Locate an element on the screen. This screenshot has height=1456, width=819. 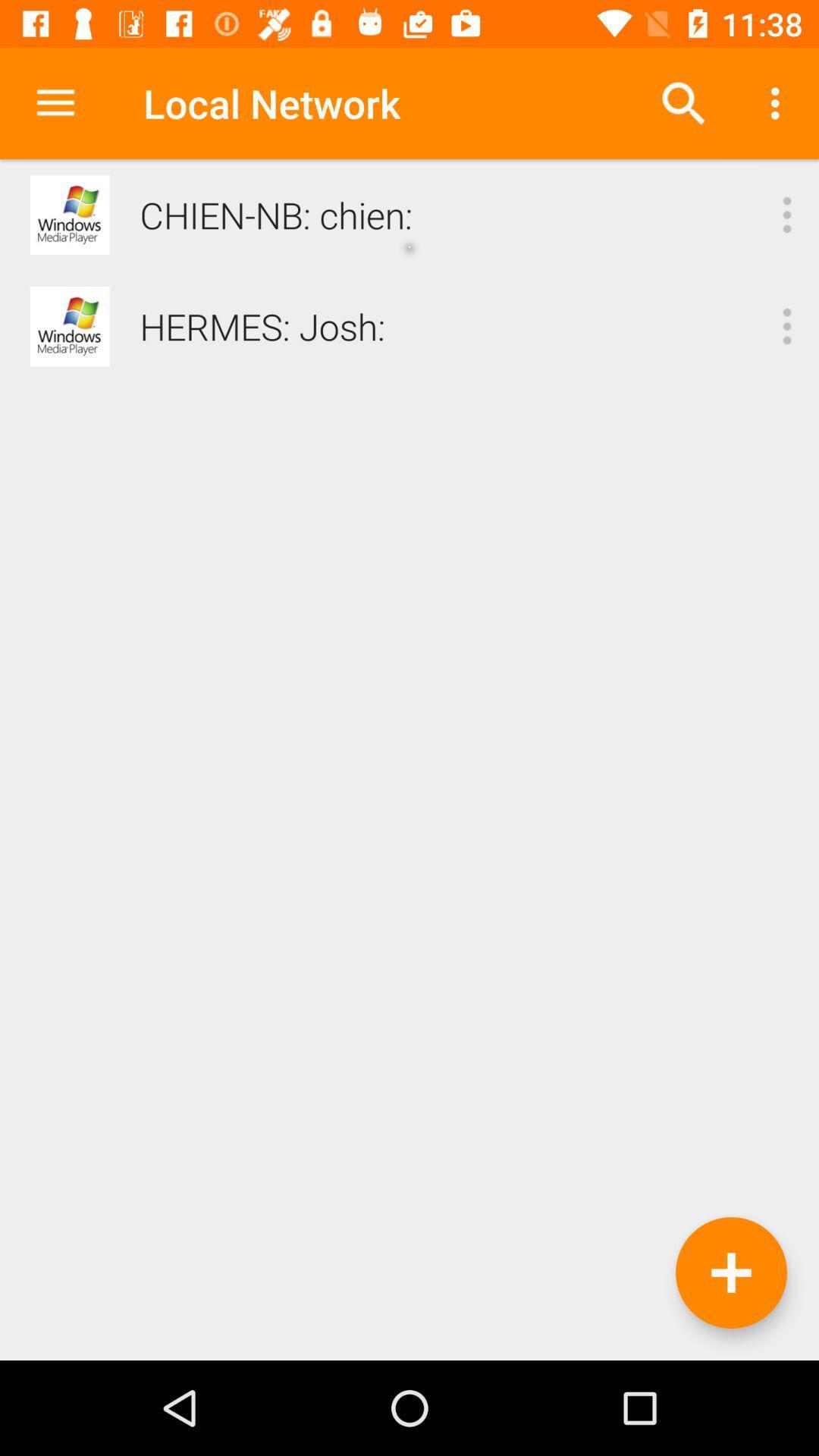
app next to local network is located at coordinates (55, 102).